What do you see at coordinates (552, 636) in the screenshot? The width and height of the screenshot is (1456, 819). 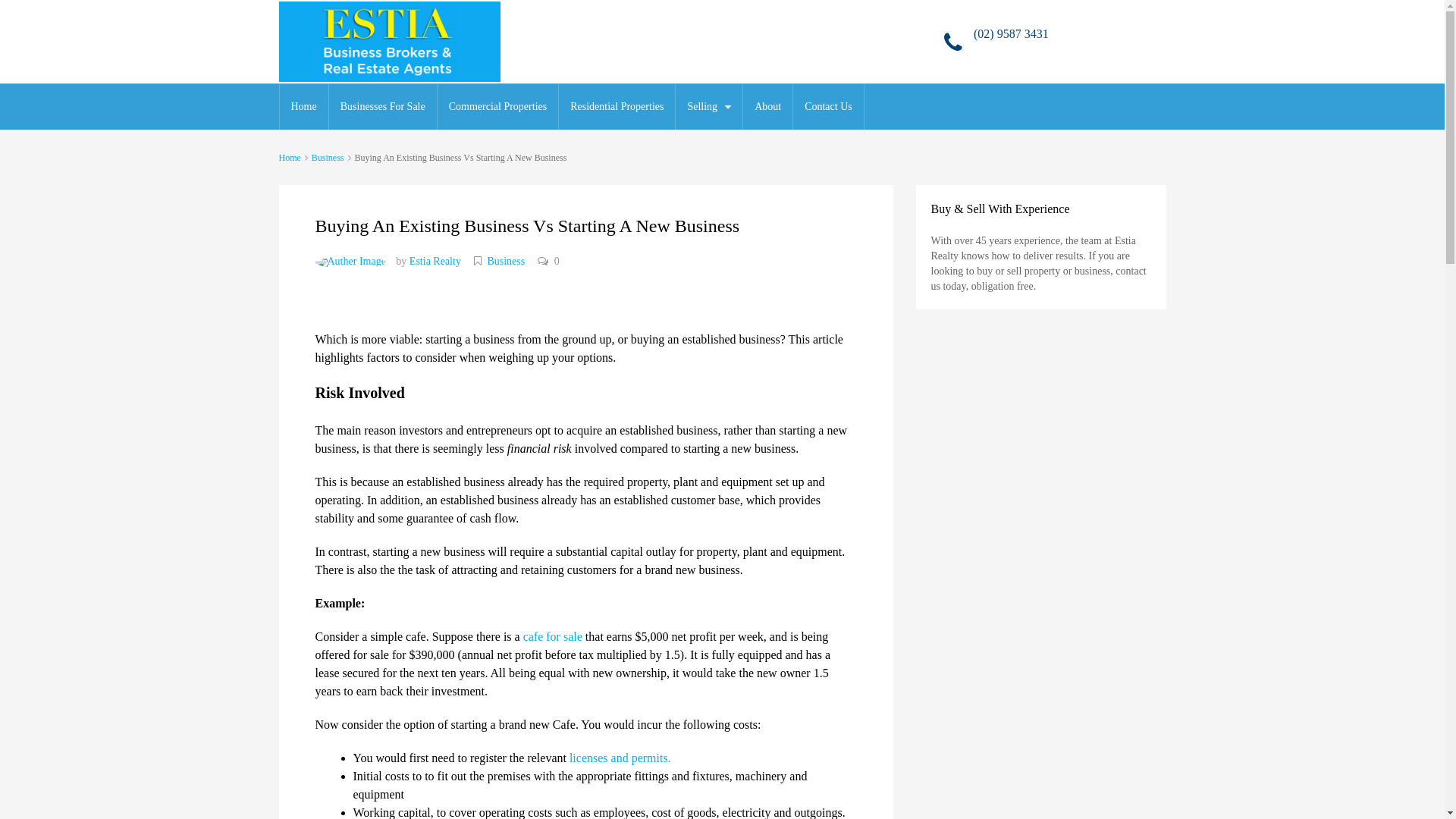 I see `'cafe for sale'` at bounding box center [552, 636].